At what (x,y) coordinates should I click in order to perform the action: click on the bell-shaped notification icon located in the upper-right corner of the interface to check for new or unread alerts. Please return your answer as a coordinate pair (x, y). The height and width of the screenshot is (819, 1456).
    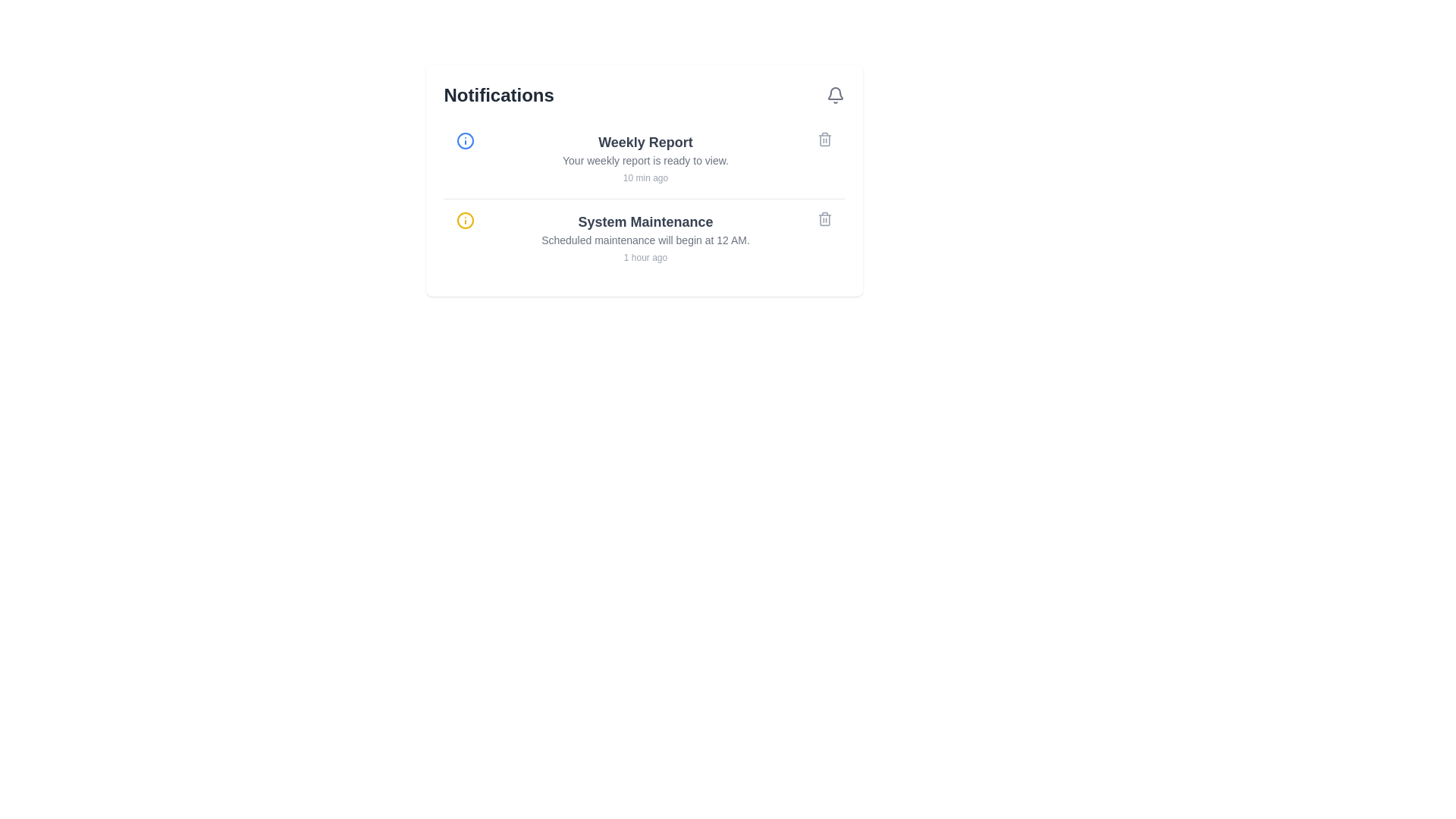
    Looking at the image, I should click on (834, 93).